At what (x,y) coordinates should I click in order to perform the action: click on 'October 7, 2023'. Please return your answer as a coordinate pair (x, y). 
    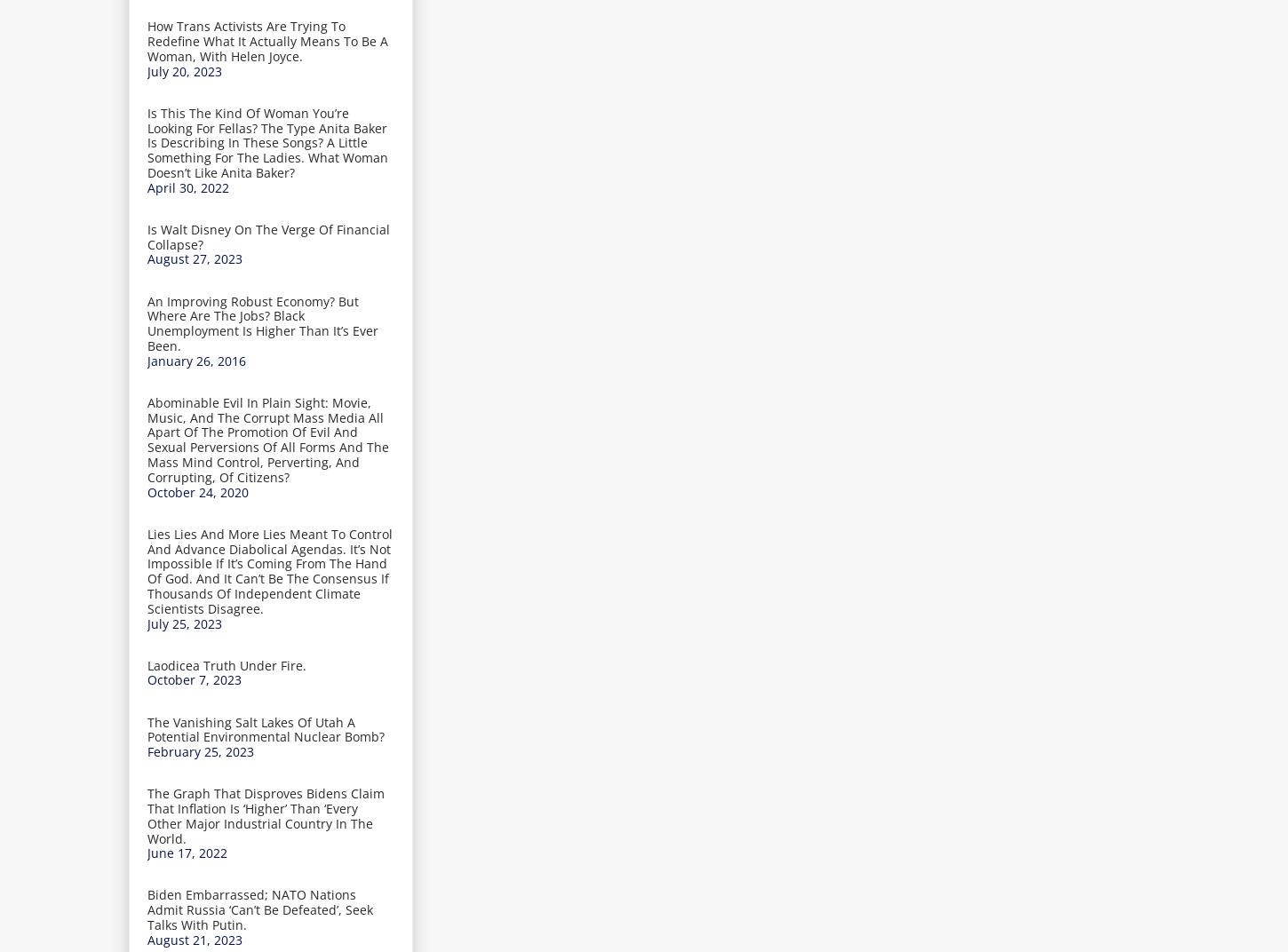
    Looking at the image, I should click on (193, 679).